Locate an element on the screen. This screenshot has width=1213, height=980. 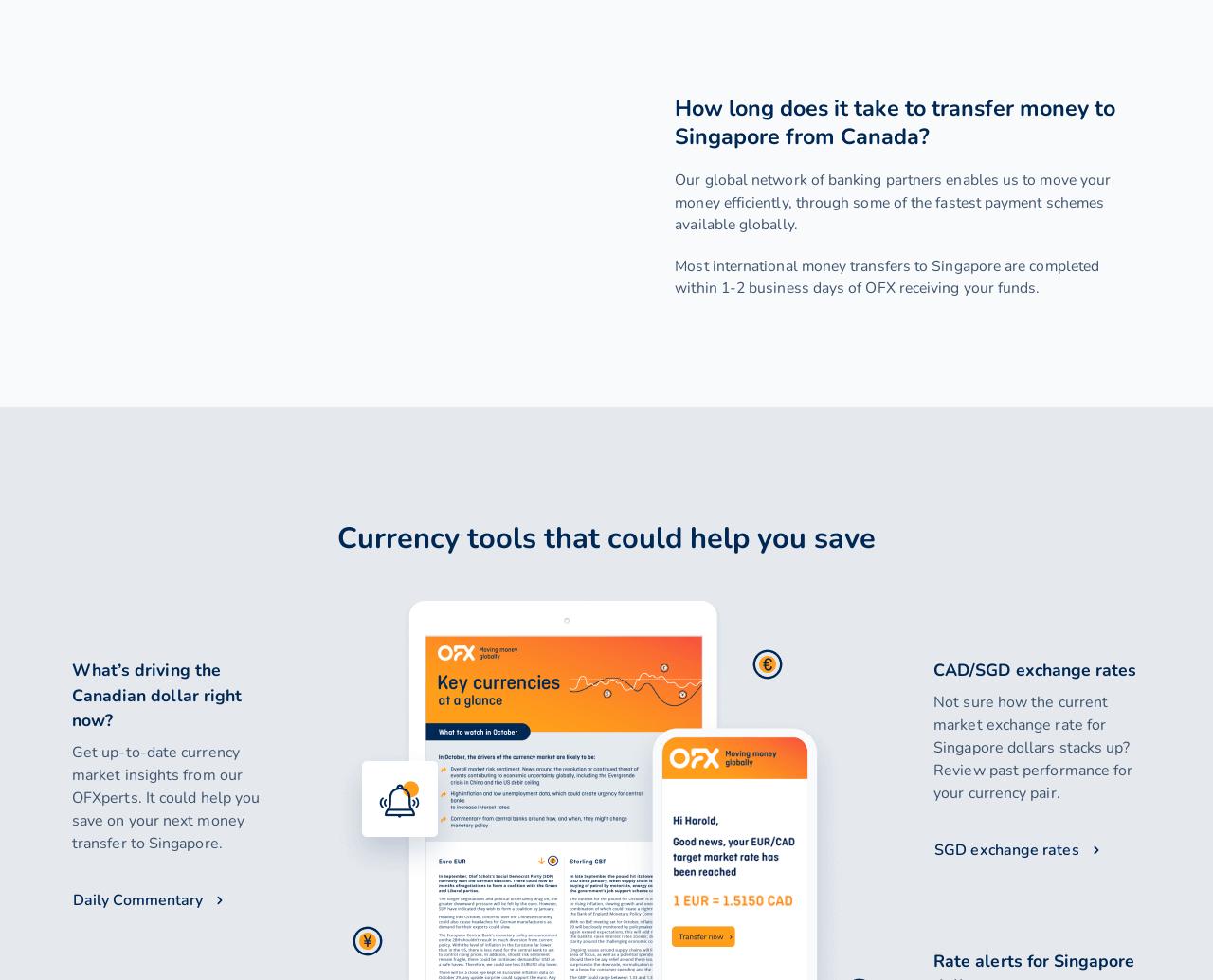
'Quick links' is located at coordinates (72, 13).